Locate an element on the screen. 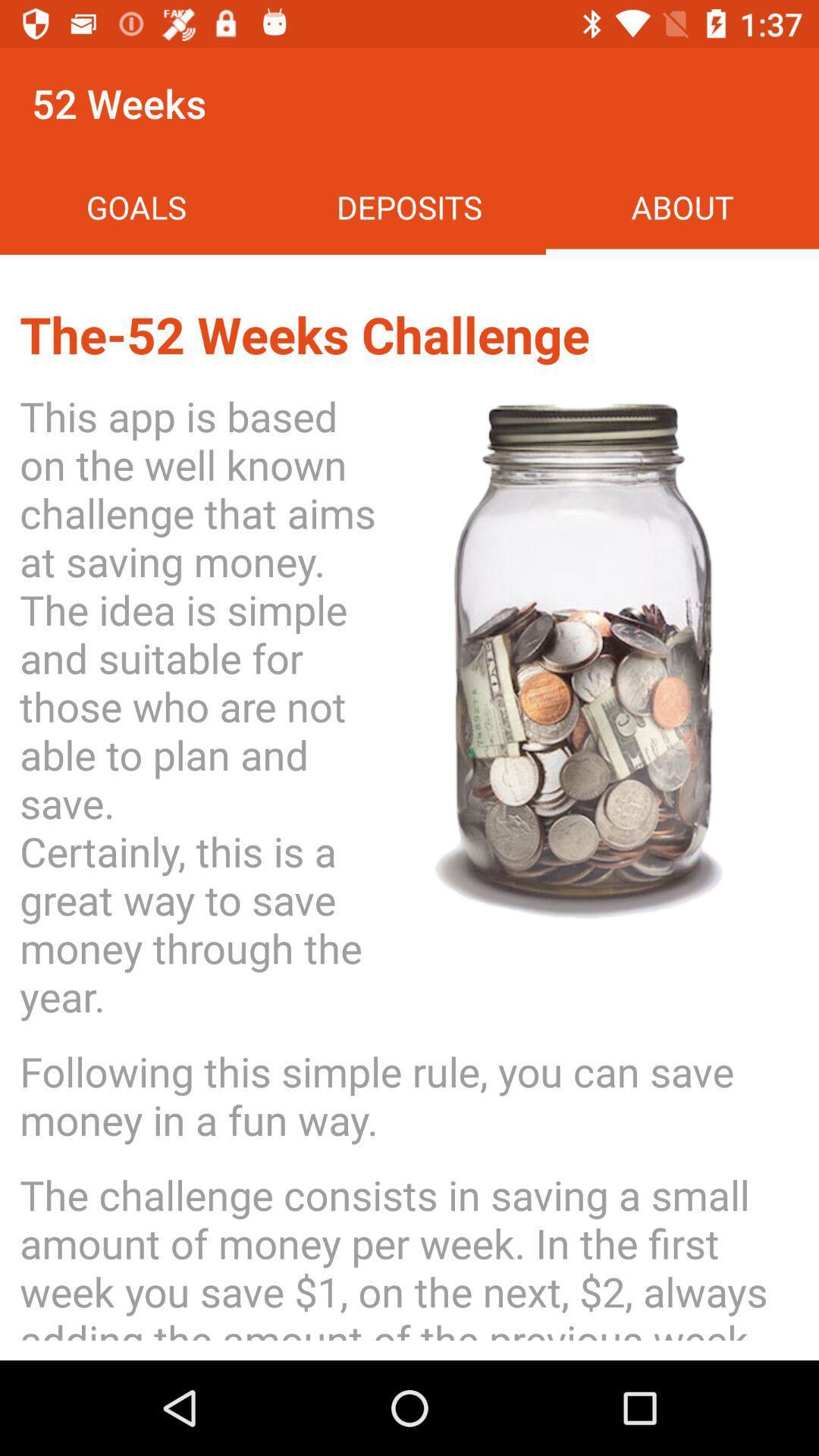 This screenshot has height=1456, width=819. goals icon is located at coordinates (136, 206).